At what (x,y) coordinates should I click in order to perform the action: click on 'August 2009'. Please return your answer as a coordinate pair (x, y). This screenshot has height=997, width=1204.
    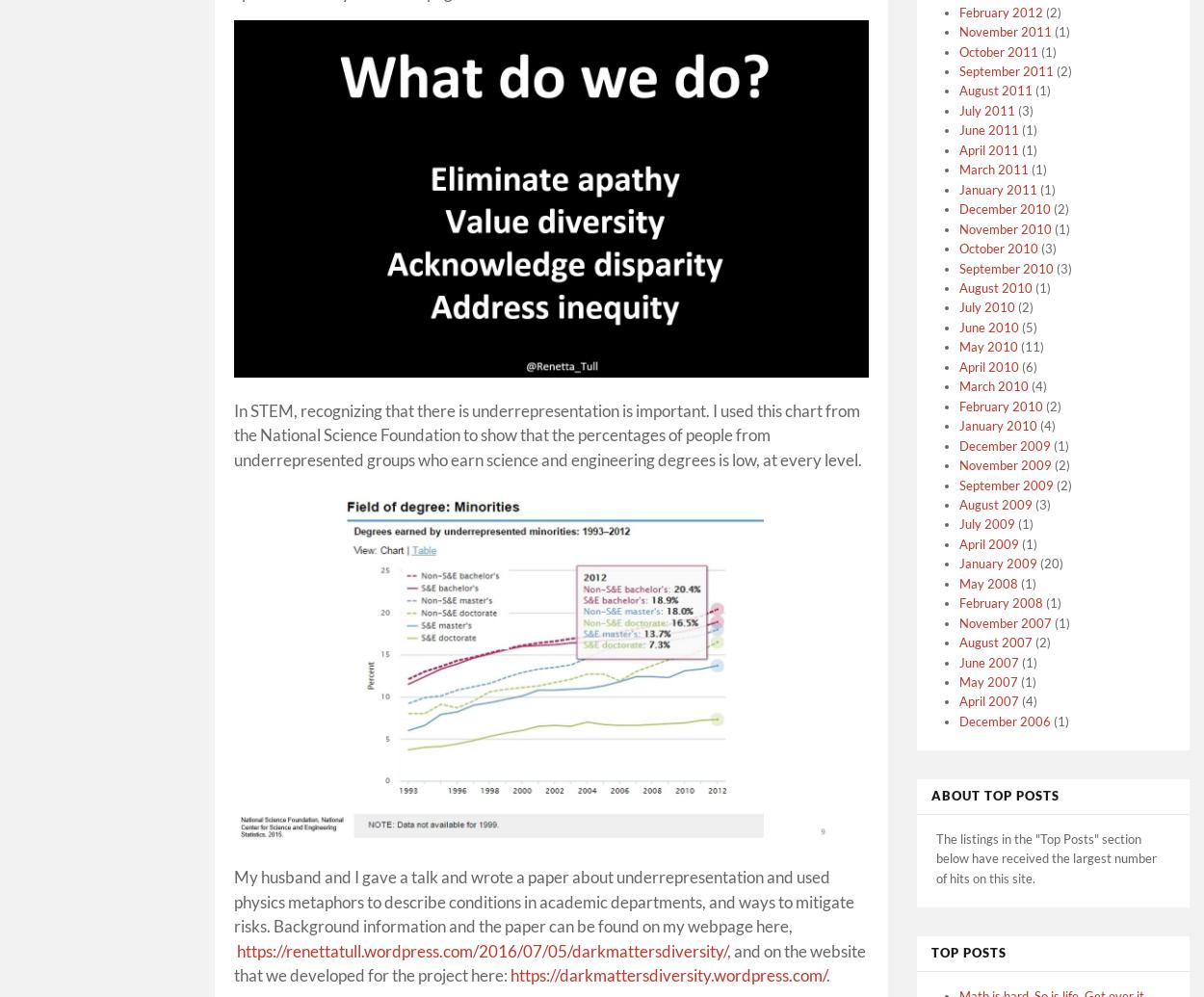
    Looking at the image, I should click on (996, 502).